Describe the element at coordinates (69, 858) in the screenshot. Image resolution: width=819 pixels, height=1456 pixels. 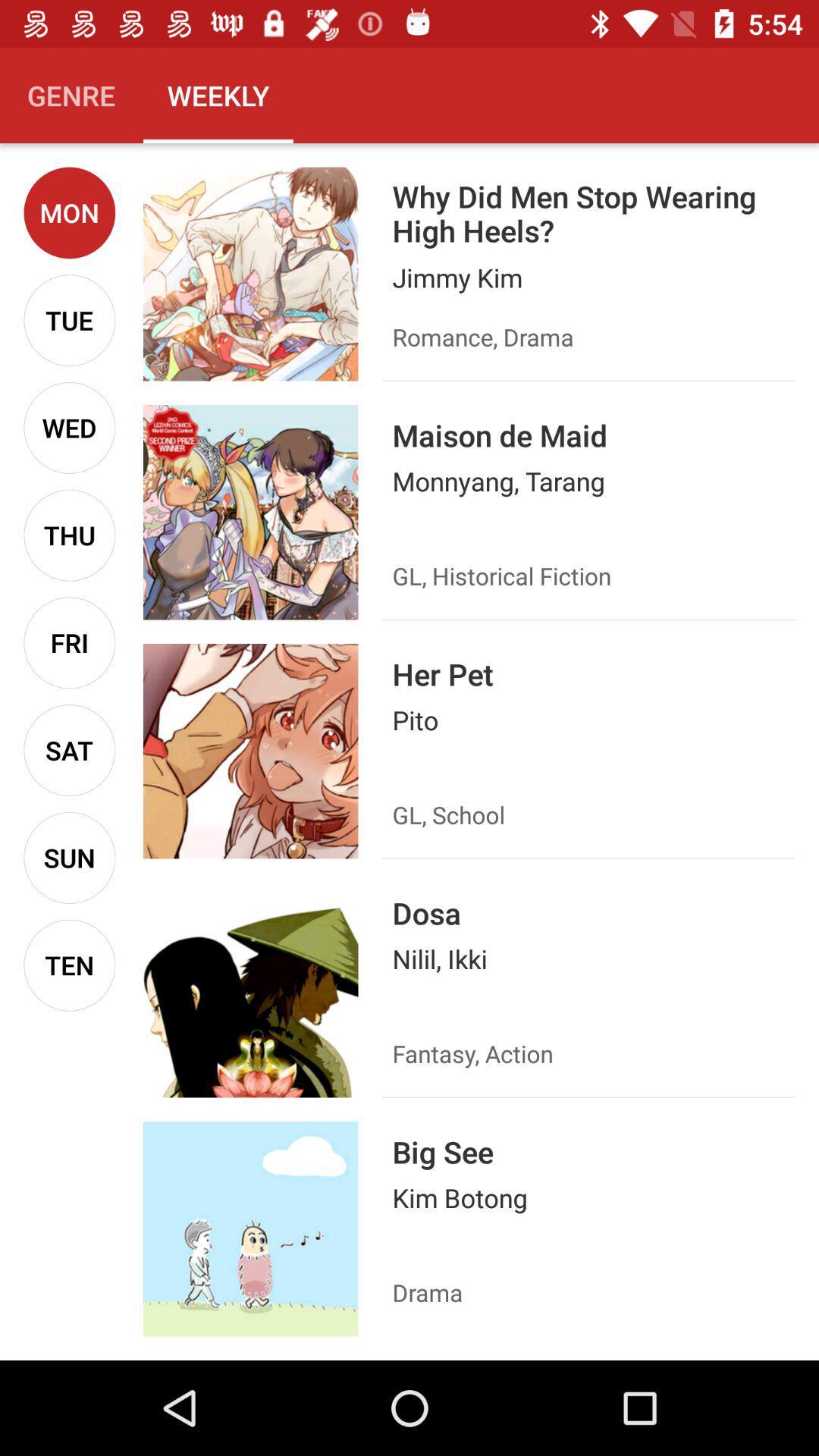
I see `the icon below sat icon` at that location.